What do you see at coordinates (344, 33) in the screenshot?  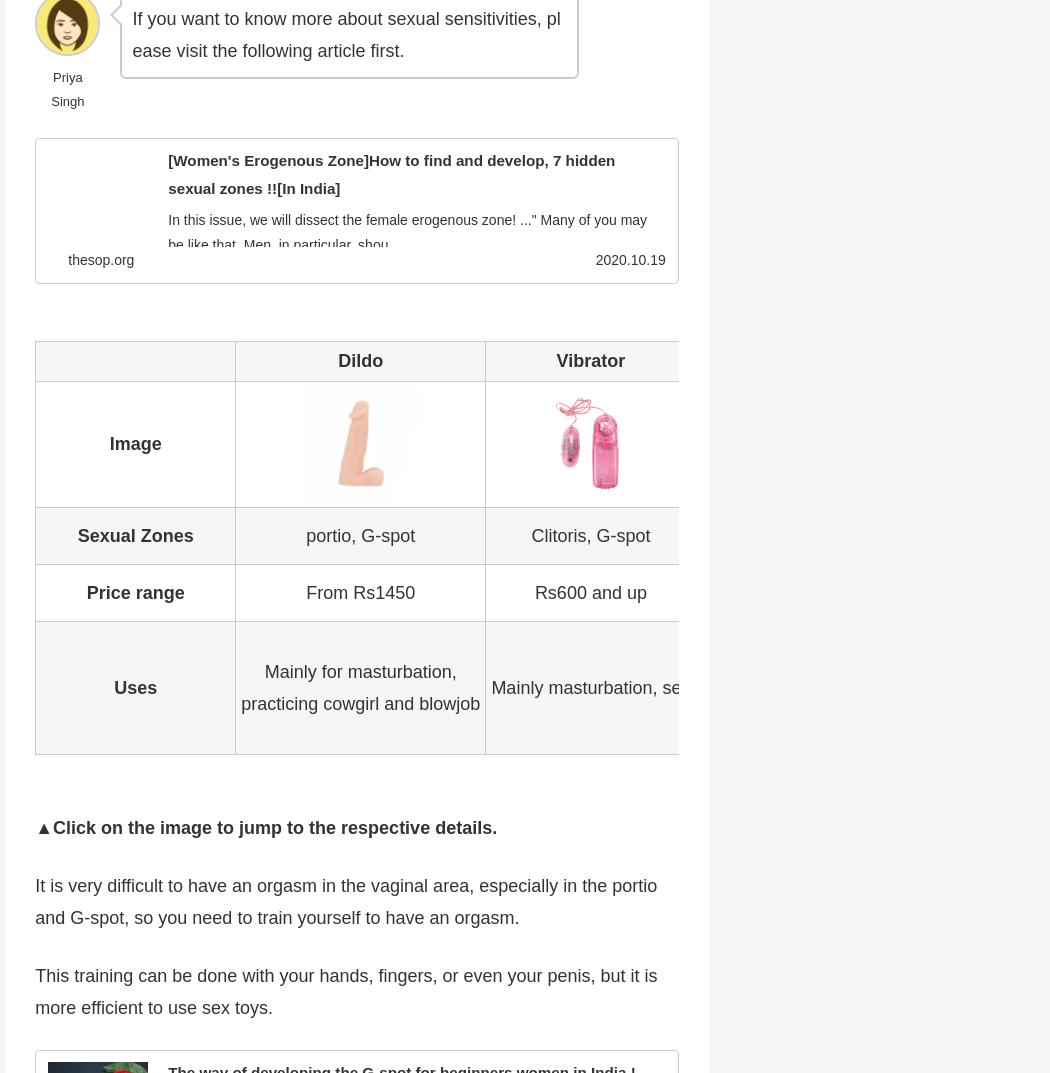 I see `'If you want to know more about sexual sensitivities, please visit the following article first.'` at bounding box center [344, 33].